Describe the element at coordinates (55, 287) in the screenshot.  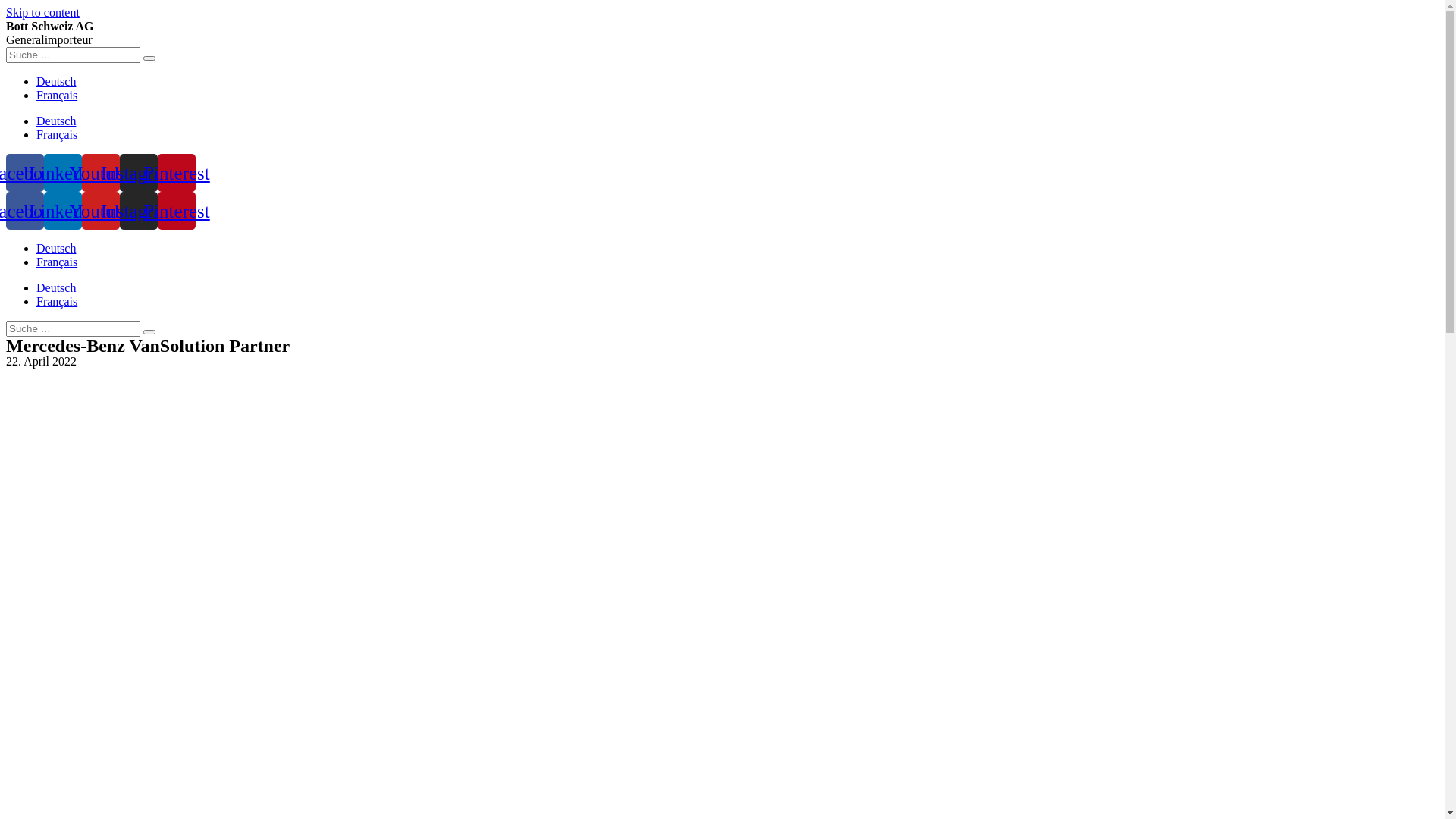
I see `'Deutsch'` at that location.